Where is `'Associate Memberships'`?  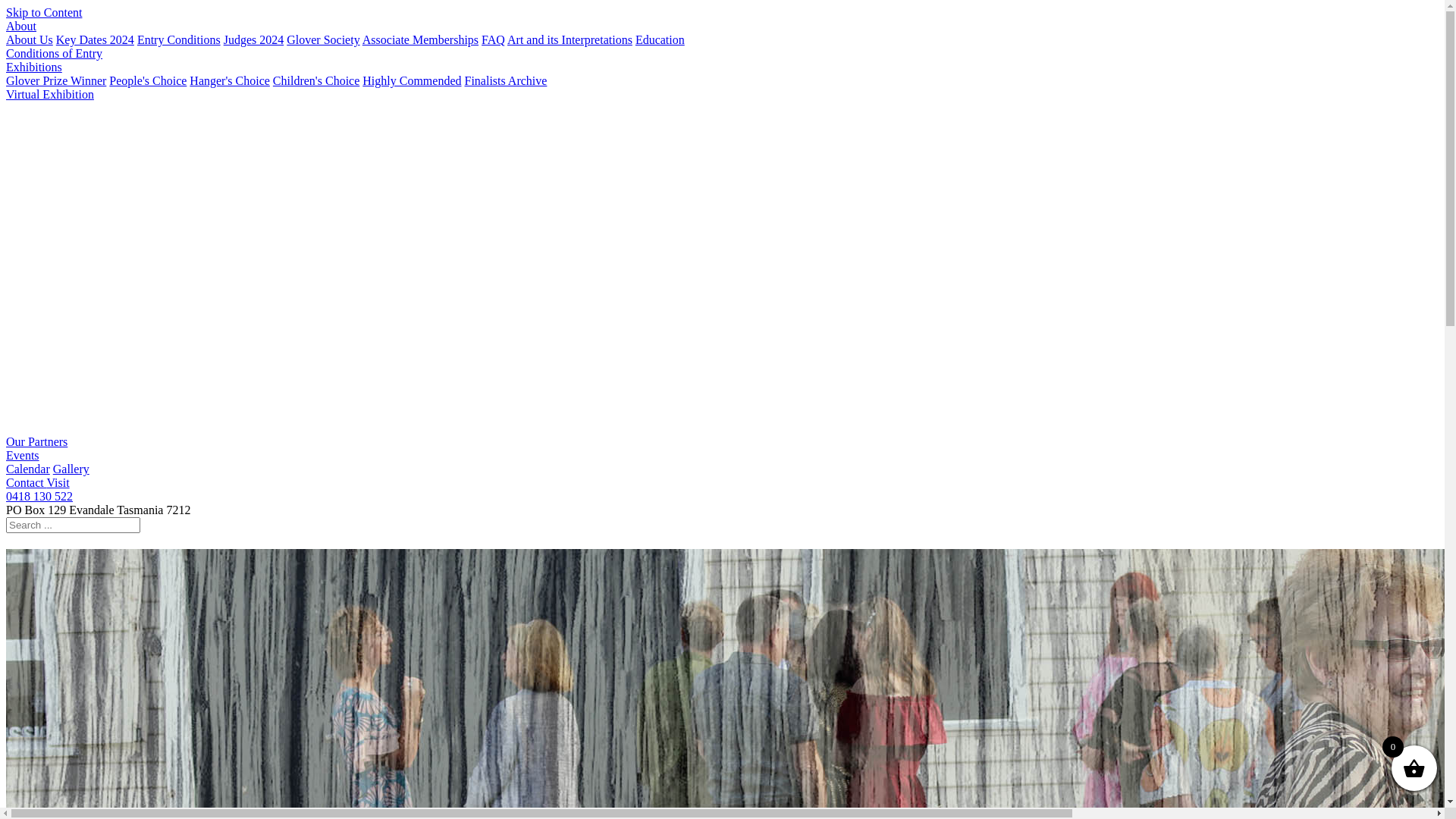
'Associate Memberships' is located at coordinates (420, 39).